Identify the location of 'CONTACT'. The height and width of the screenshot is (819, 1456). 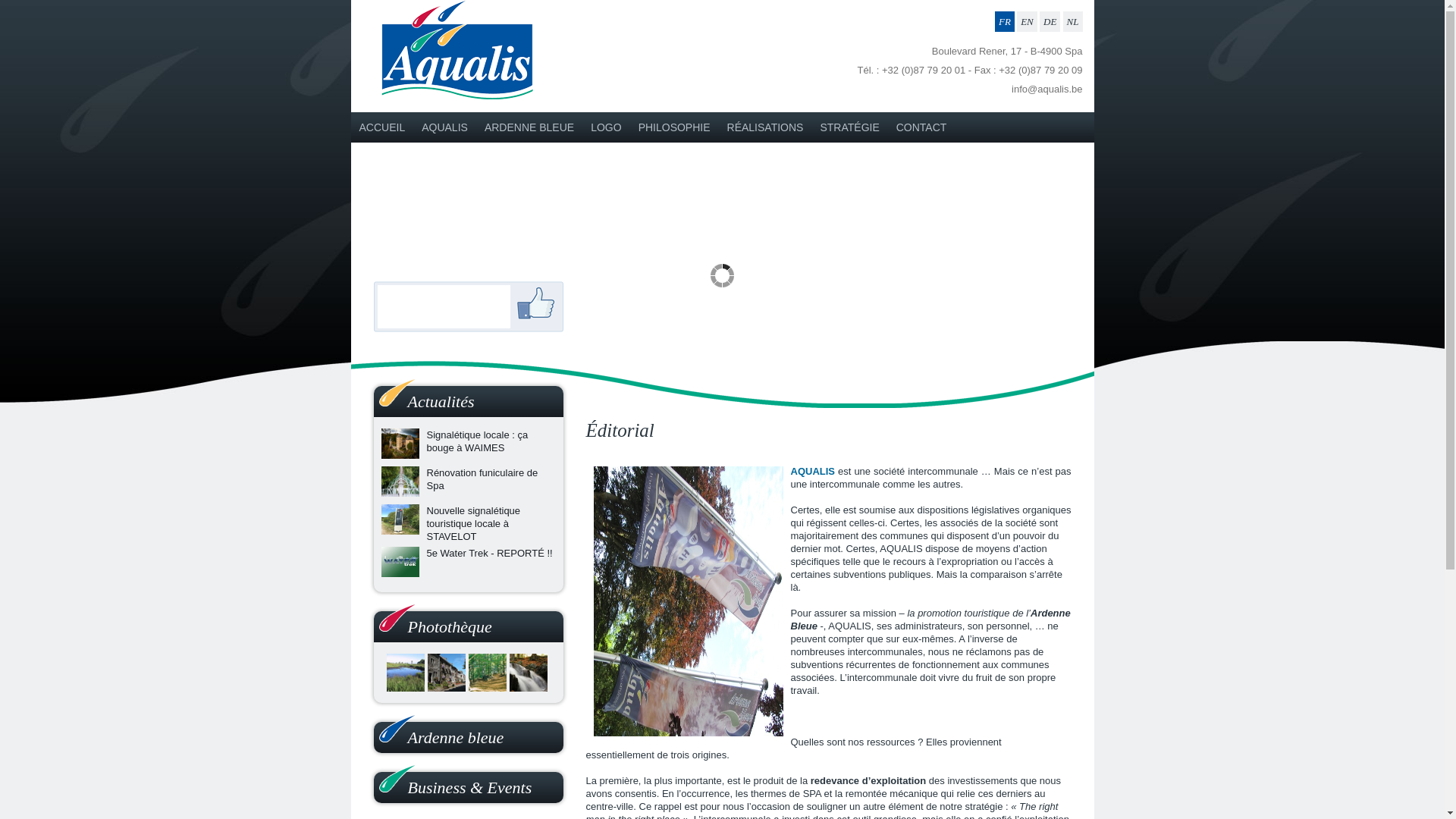
(921, 127).